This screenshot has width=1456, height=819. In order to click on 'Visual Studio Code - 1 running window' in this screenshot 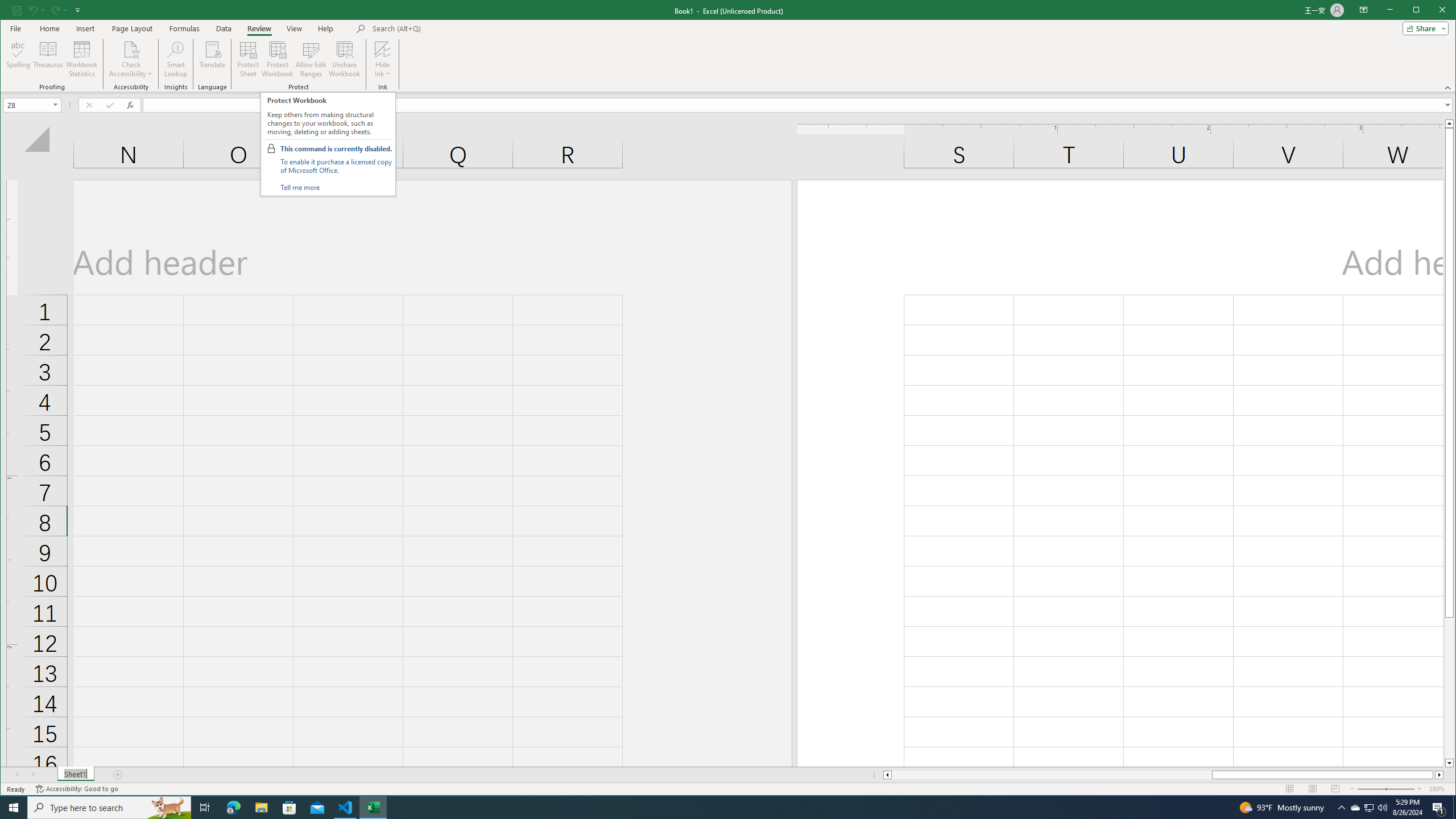, I will do `click(345, 806)`.